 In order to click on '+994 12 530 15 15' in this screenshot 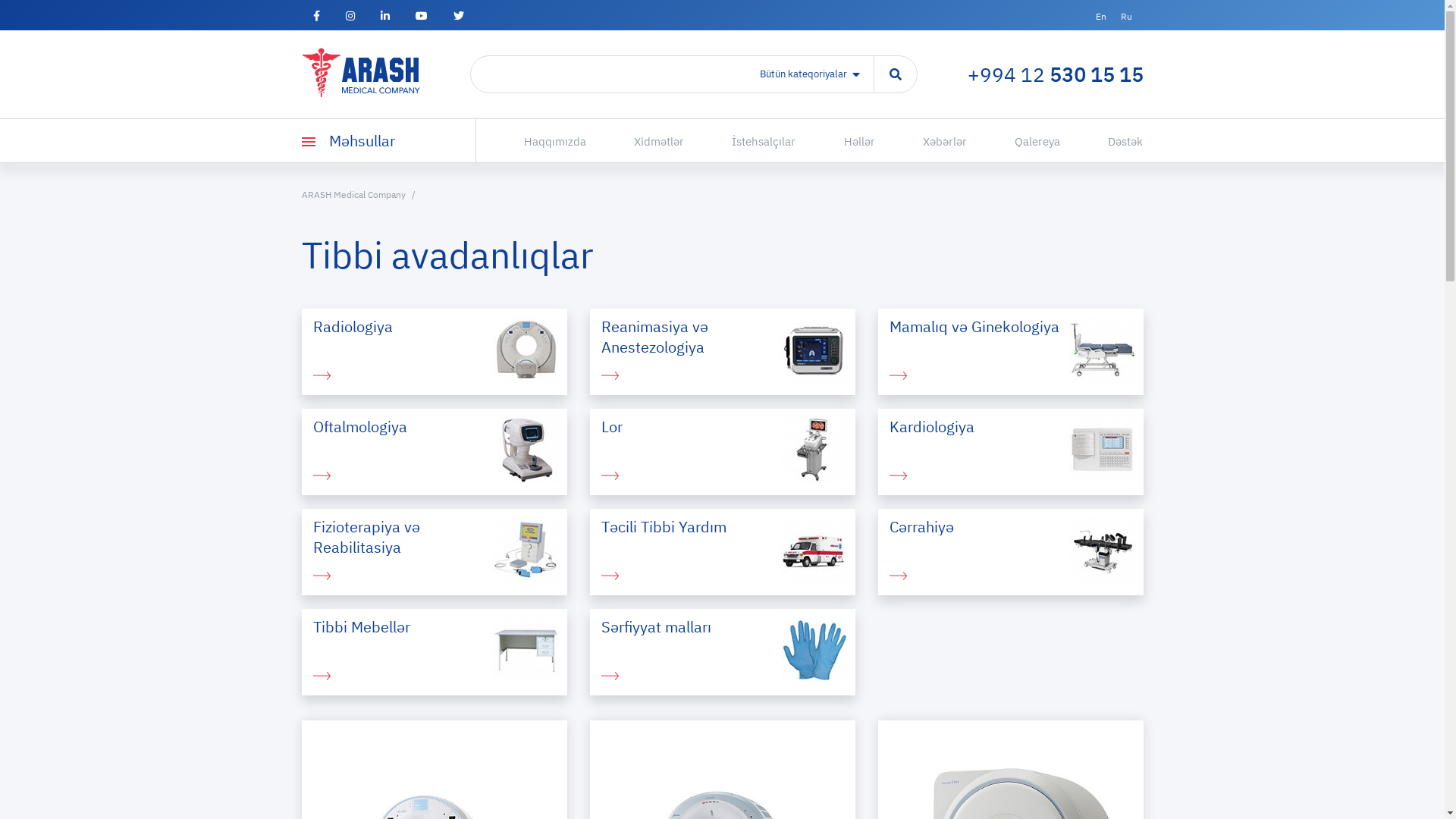, I will do `click(1055, 74)`.